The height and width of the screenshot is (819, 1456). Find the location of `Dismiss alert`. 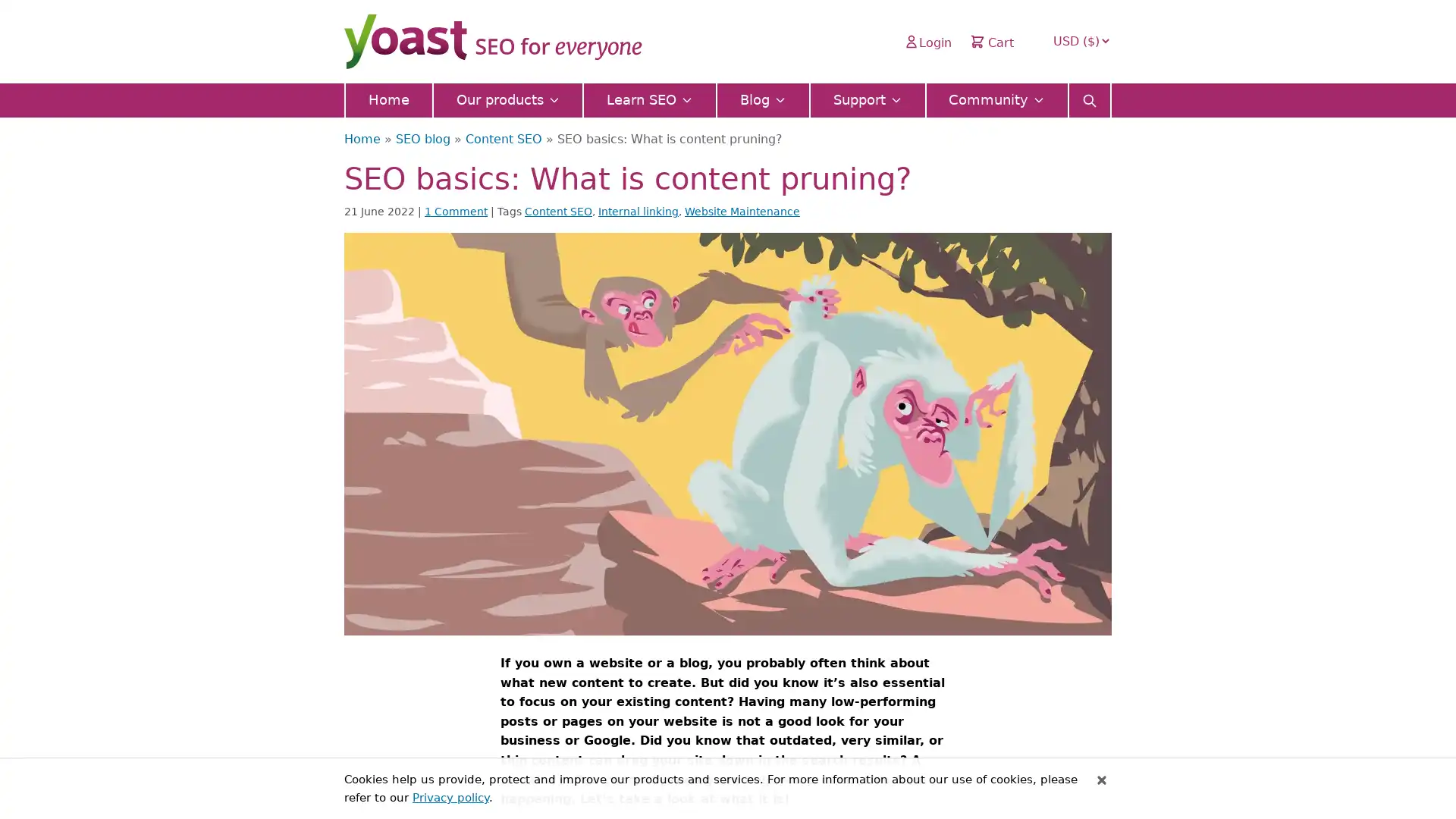

Dismiss alert is located at coordinates (1102, 780).